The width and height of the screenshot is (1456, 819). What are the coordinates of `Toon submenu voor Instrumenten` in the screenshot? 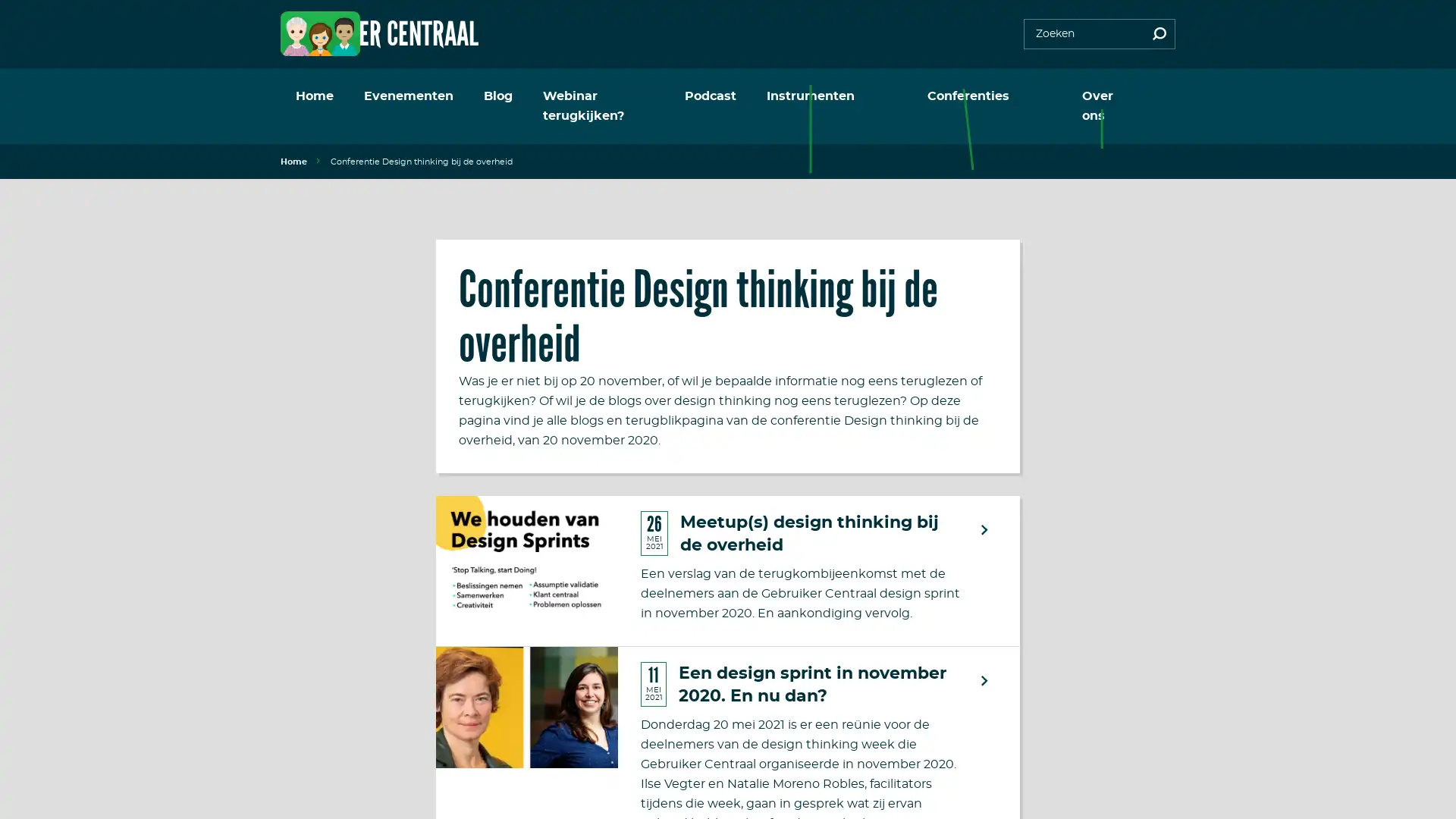 It's located at (906, 96).